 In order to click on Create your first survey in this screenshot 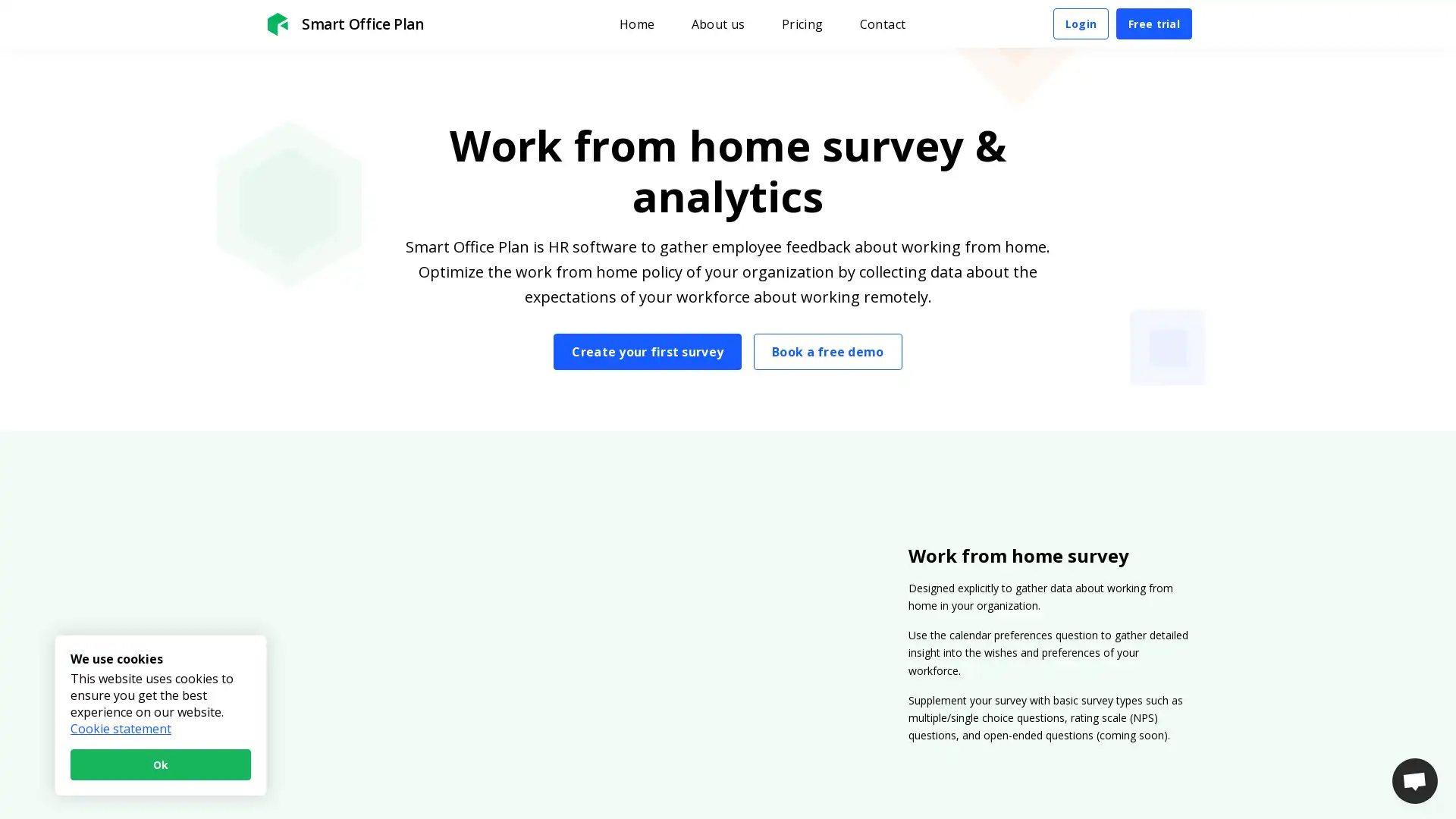, I will do `click(648, 351)`.